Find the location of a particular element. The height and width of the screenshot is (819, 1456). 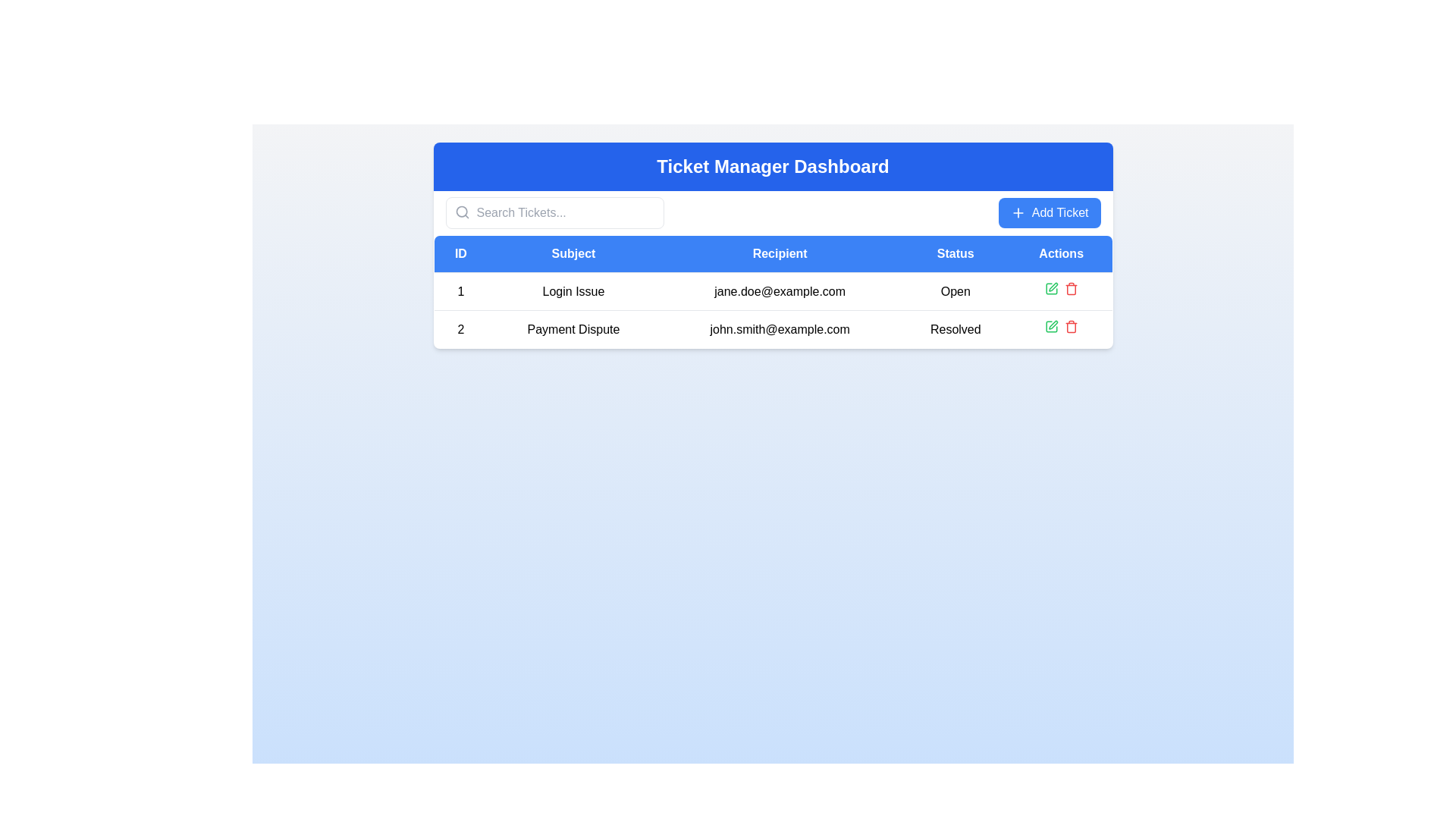

the text label displaying the recipient's email address for the ticket with the subject 'Payment Dispute' in the 'Recipient' column of the 'Ticket Manager Dashboard' is located at coordinates (780, 328).